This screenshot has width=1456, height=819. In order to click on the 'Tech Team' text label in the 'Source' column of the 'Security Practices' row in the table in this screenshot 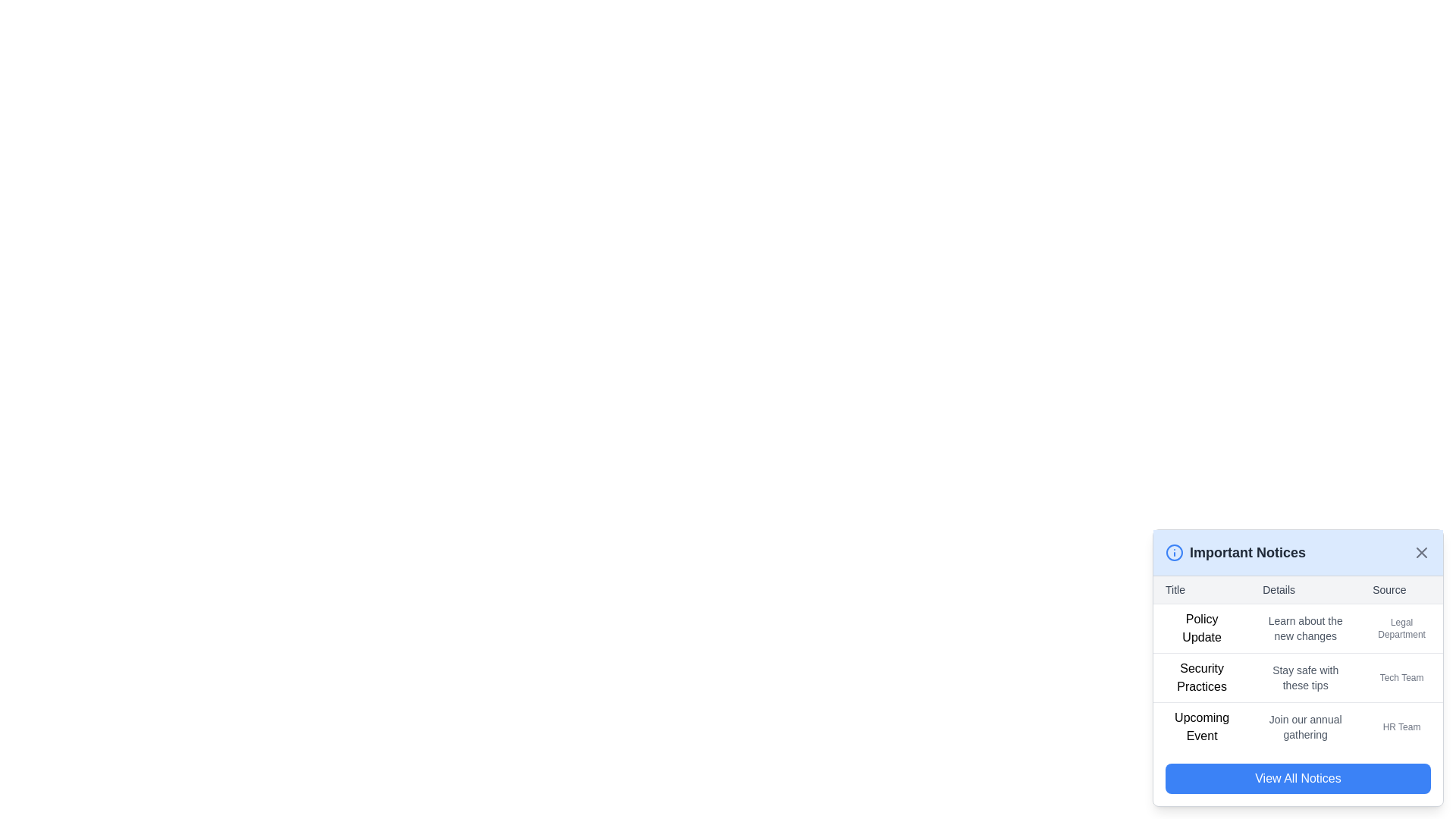, I will do `click(1401, 677)`.